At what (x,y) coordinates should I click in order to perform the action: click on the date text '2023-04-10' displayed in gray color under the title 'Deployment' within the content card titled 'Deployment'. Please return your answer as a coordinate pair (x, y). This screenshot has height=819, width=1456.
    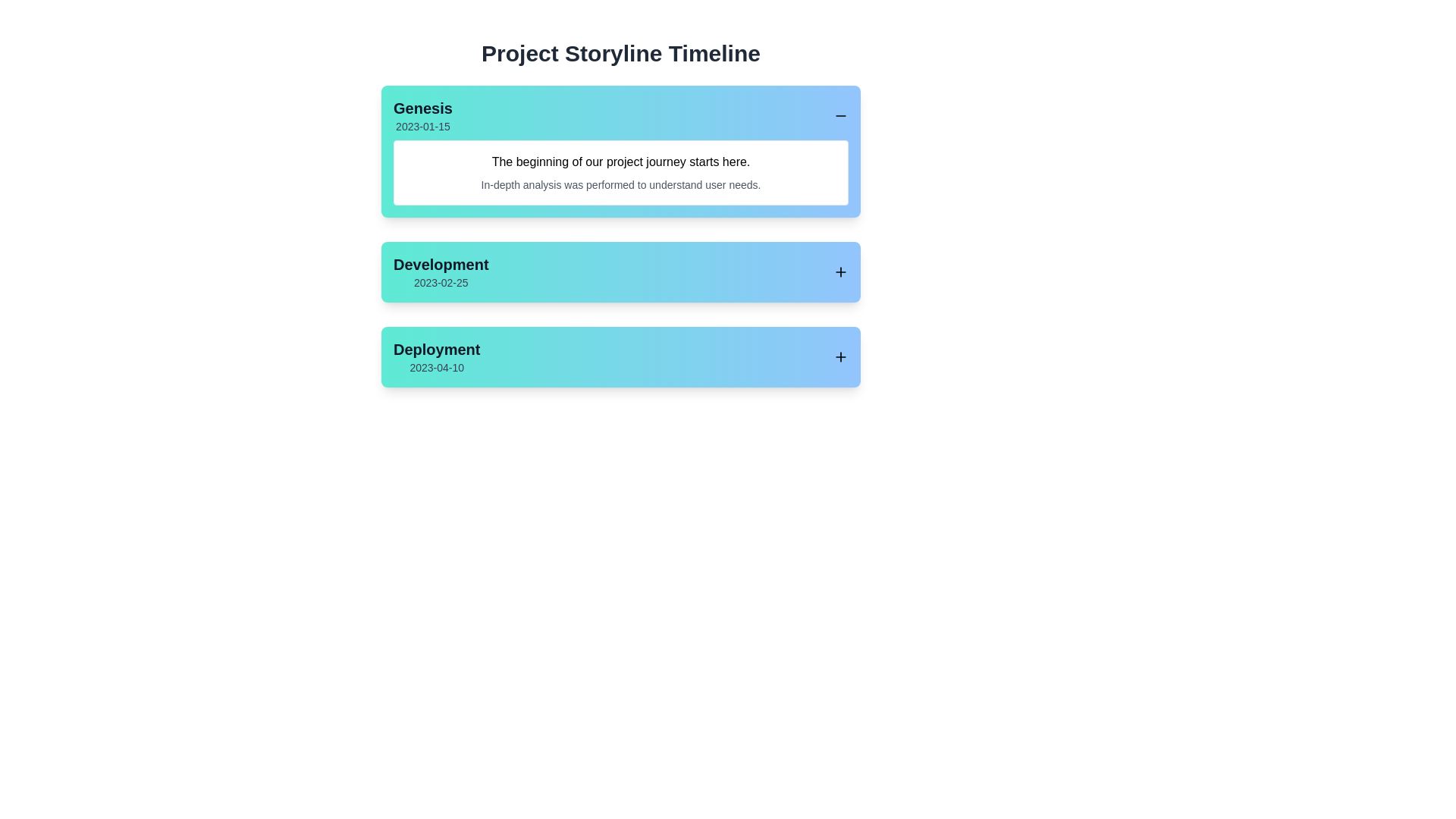
    Looking at the image, I should click on (436, 368).